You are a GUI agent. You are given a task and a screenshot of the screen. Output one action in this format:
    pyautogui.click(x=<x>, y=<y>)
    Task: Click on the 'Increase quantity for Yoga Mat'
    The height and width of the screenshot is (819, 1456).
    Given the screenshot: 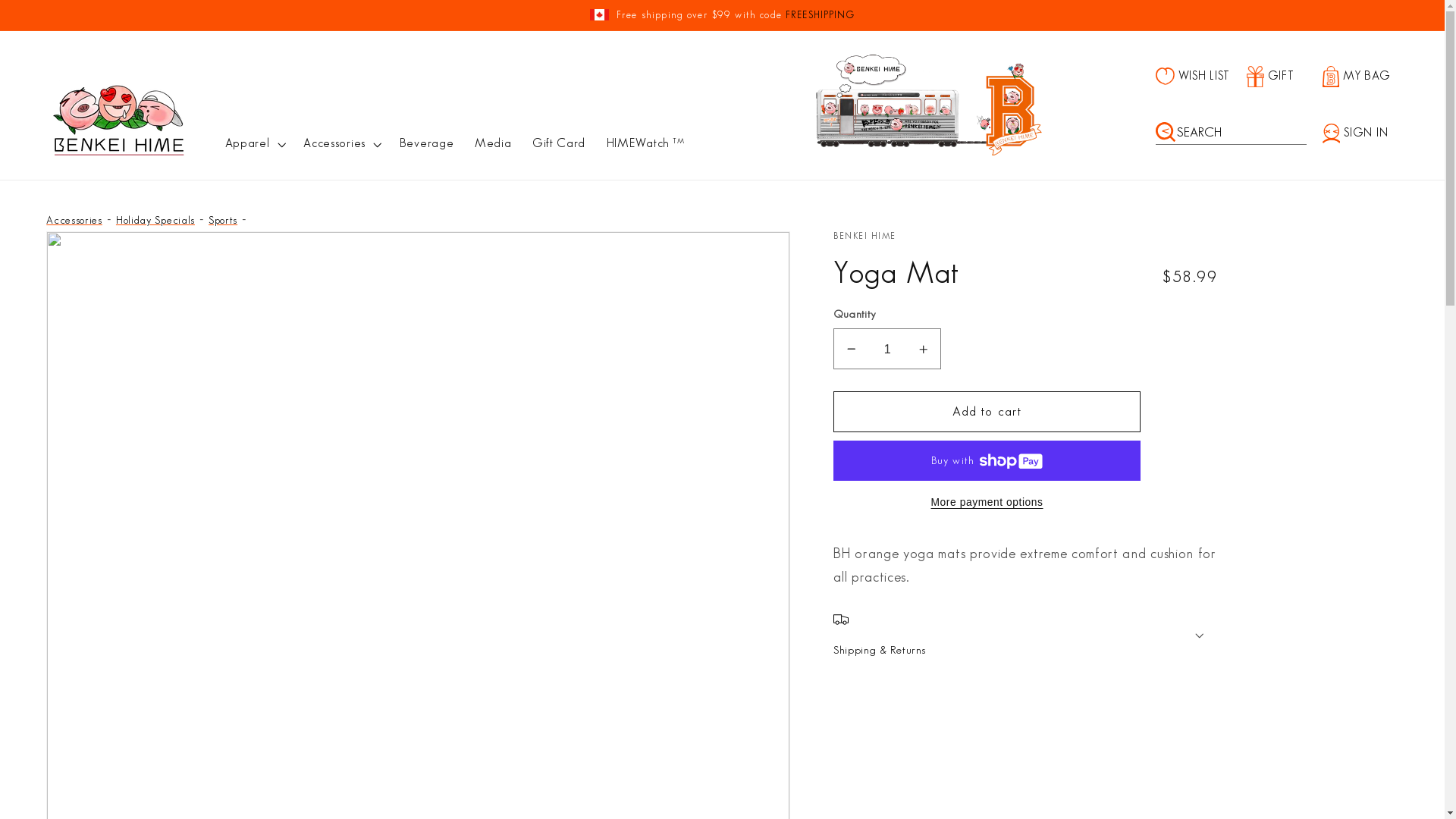 What is the action you would take?
    pyautogui.click(x=922, y=348)
    